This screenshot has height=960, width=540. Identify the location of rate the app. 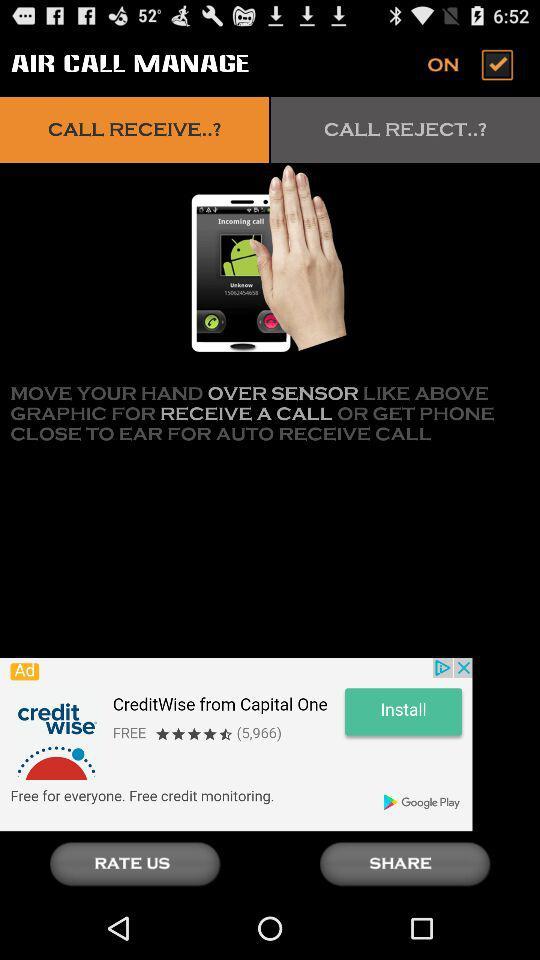
(135, 863).